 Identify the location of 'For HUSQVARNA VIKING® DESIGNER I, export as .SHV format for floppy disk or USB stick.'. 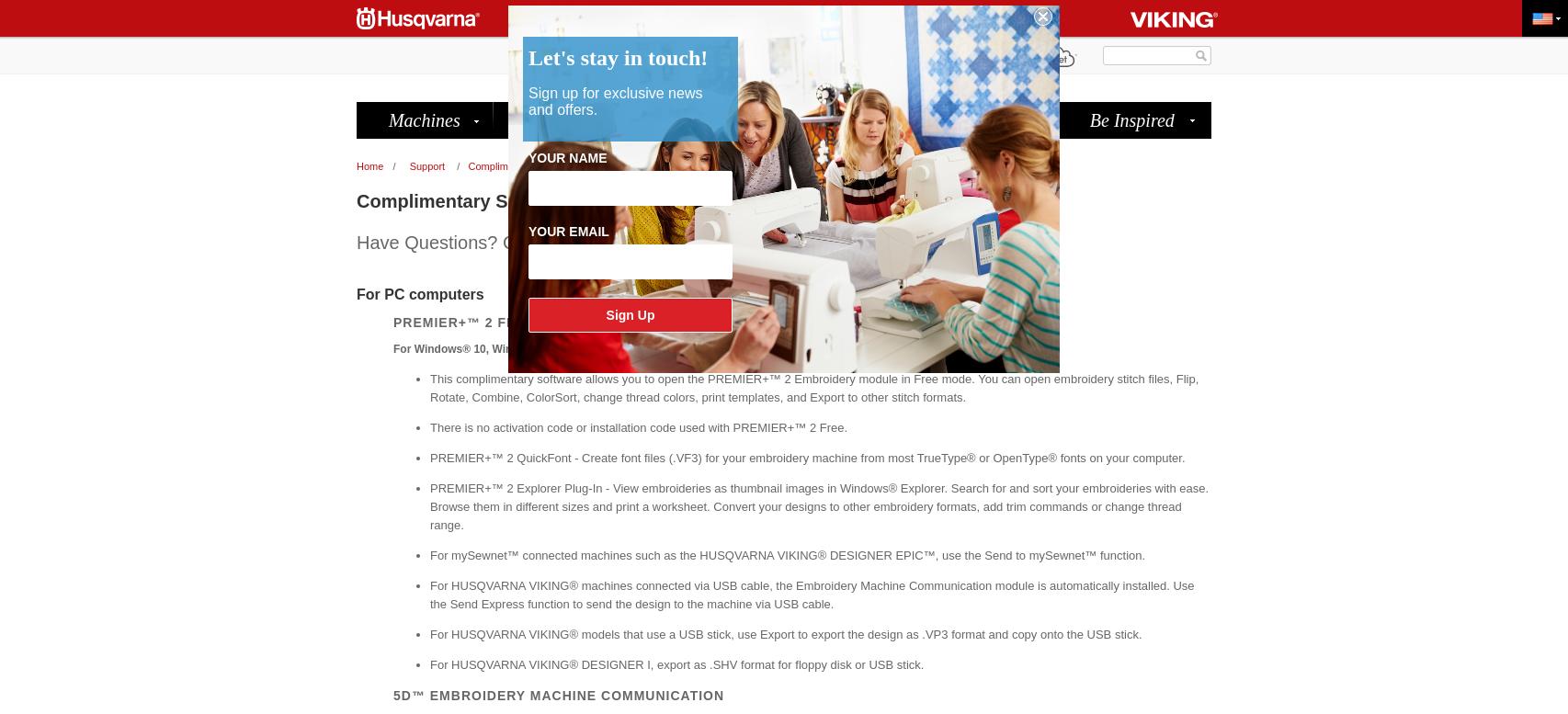
(428, 663).